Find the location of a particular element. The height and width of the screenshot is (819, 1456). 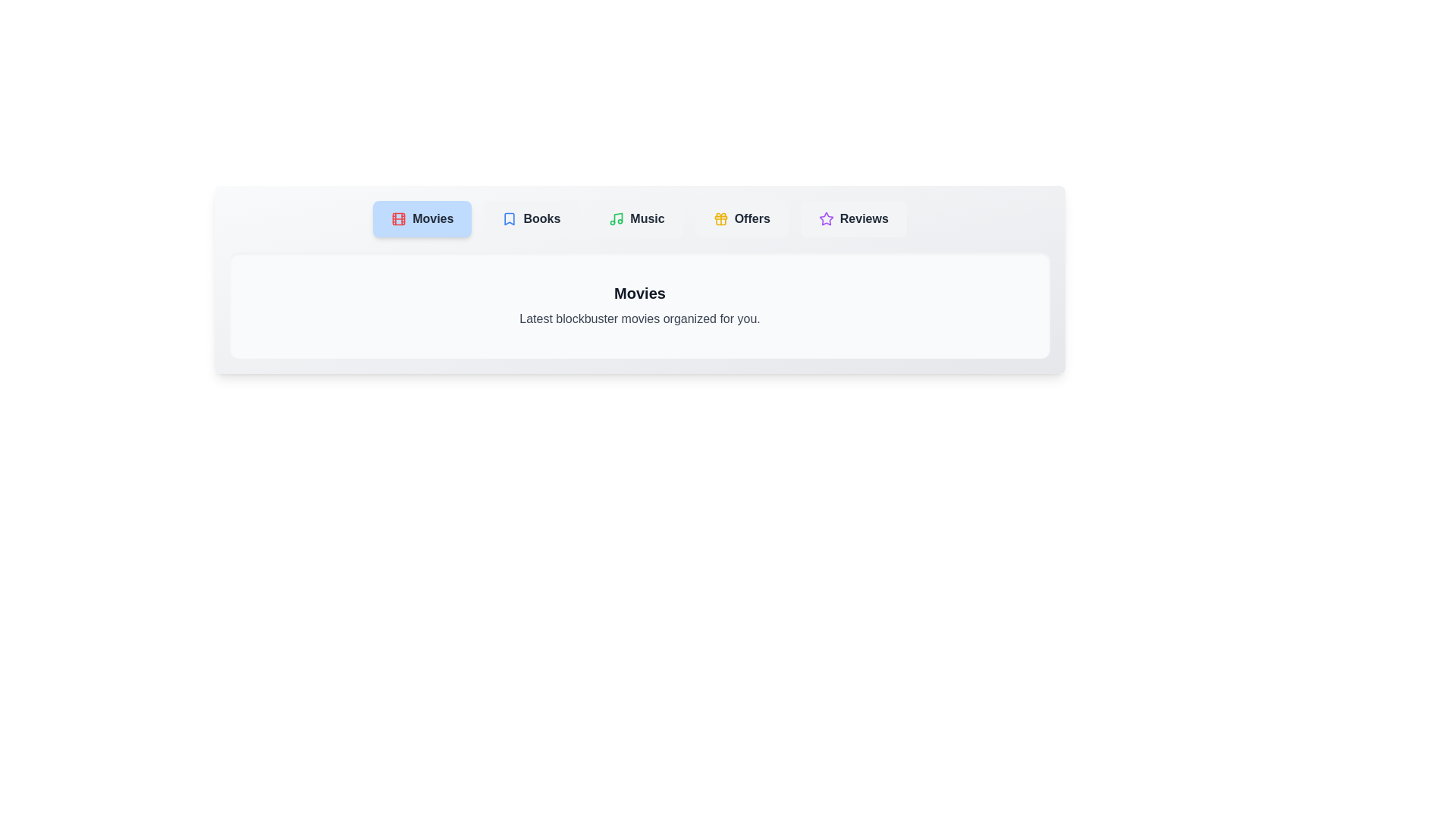

the tab labeled Books to switch to its content is located at coordinates (531, 219).